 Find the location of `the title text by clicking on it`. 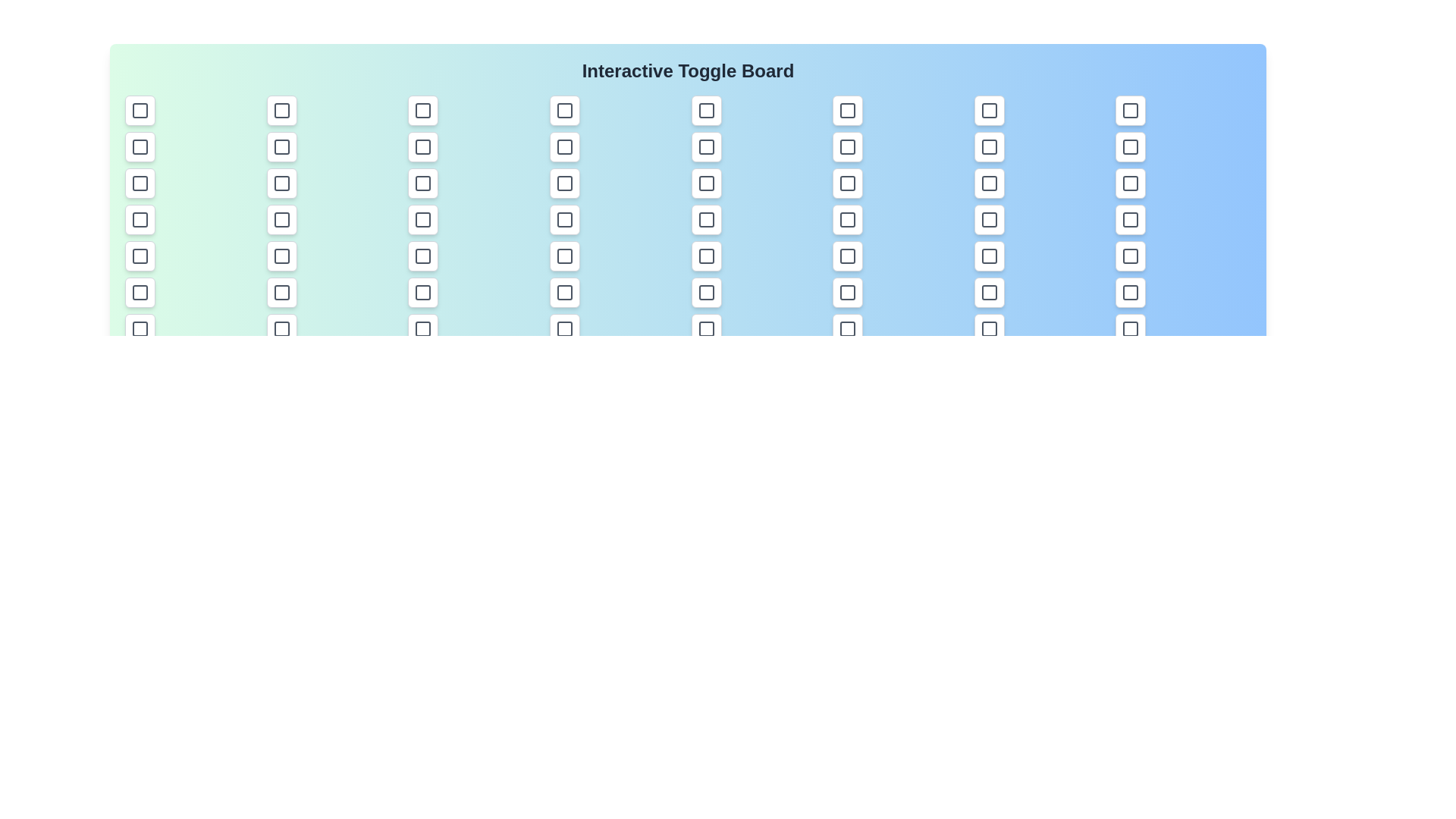

the title text by clicking on it is located at coordinates (687, 71).